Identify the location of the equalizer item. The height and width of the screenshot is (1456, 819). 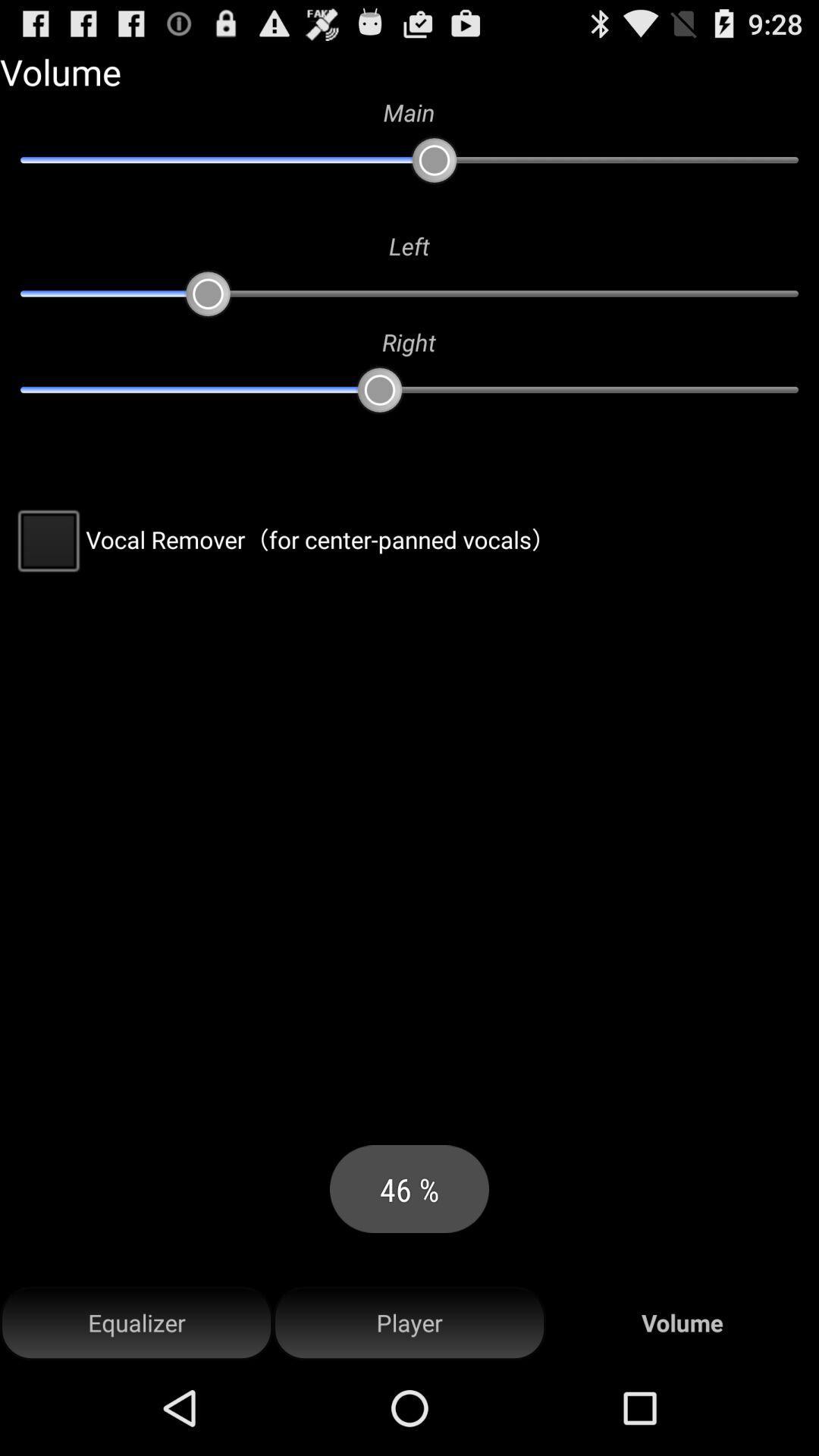
(136, 1323).